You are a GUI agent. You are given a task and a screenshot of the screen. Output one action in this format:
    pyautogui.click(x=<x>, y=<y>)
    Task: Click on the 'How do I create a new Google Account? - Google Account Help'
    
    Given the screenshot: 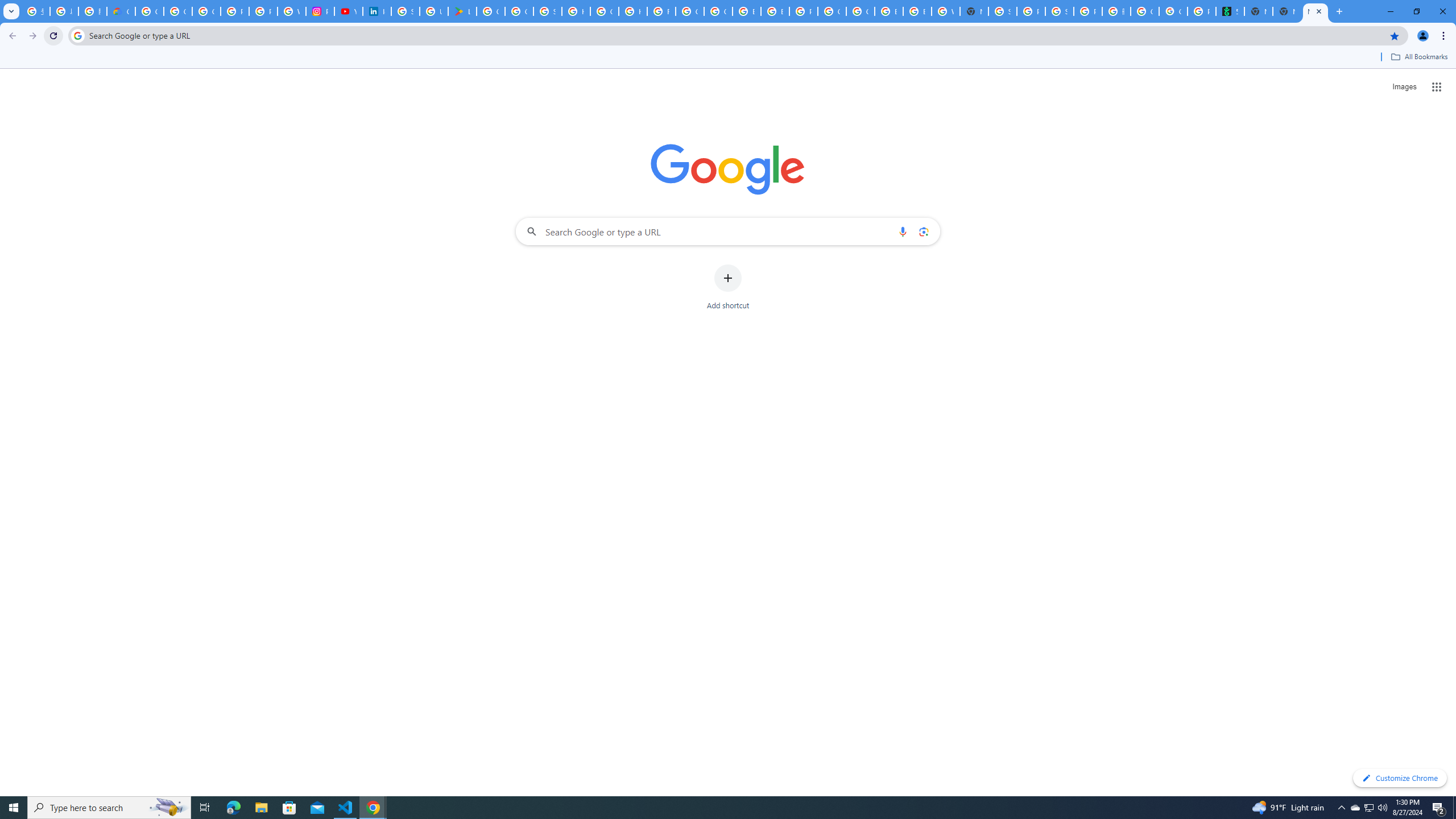 What is the action you would take?
    pyautogui.click(x=632, y=11)
    